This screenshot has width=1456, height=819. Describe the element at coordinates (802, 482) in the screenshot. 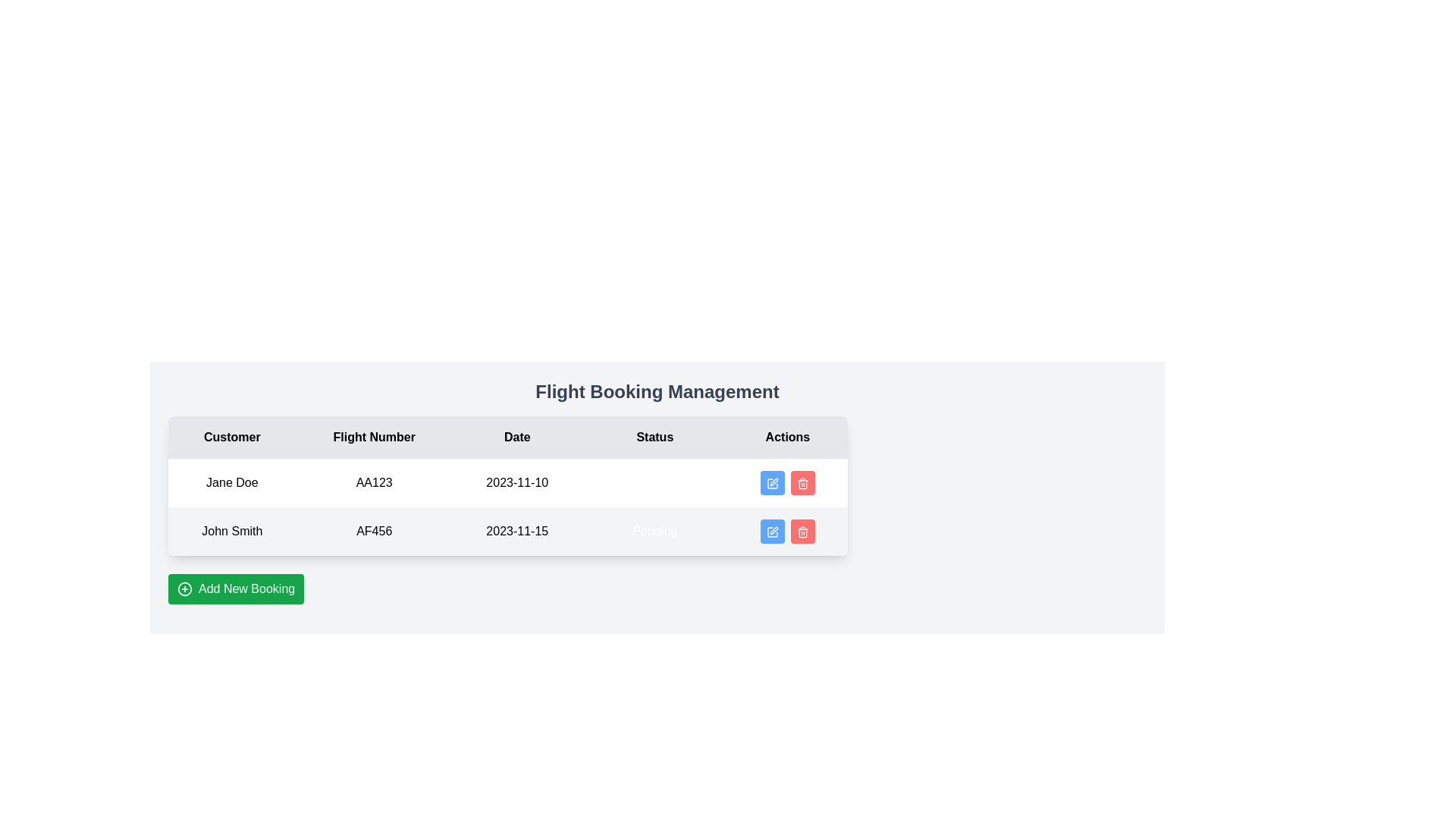

I see `the red square delete button with a trash can icon located at the end of the first row in the 'Actions' column, next to the blue 'edit' button` at that location.